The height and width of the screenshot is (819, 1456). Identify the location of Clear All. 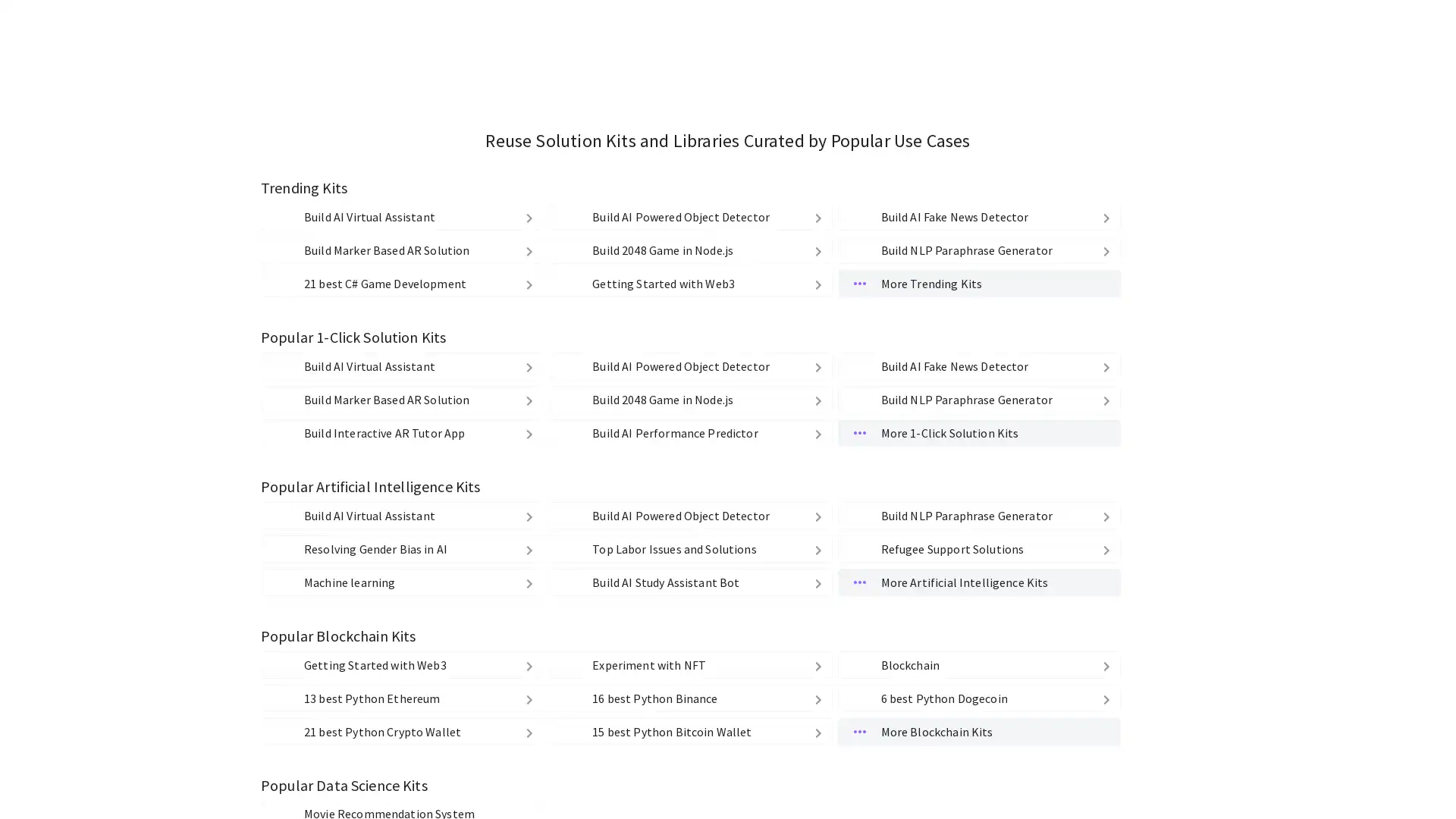
(1150, 333).